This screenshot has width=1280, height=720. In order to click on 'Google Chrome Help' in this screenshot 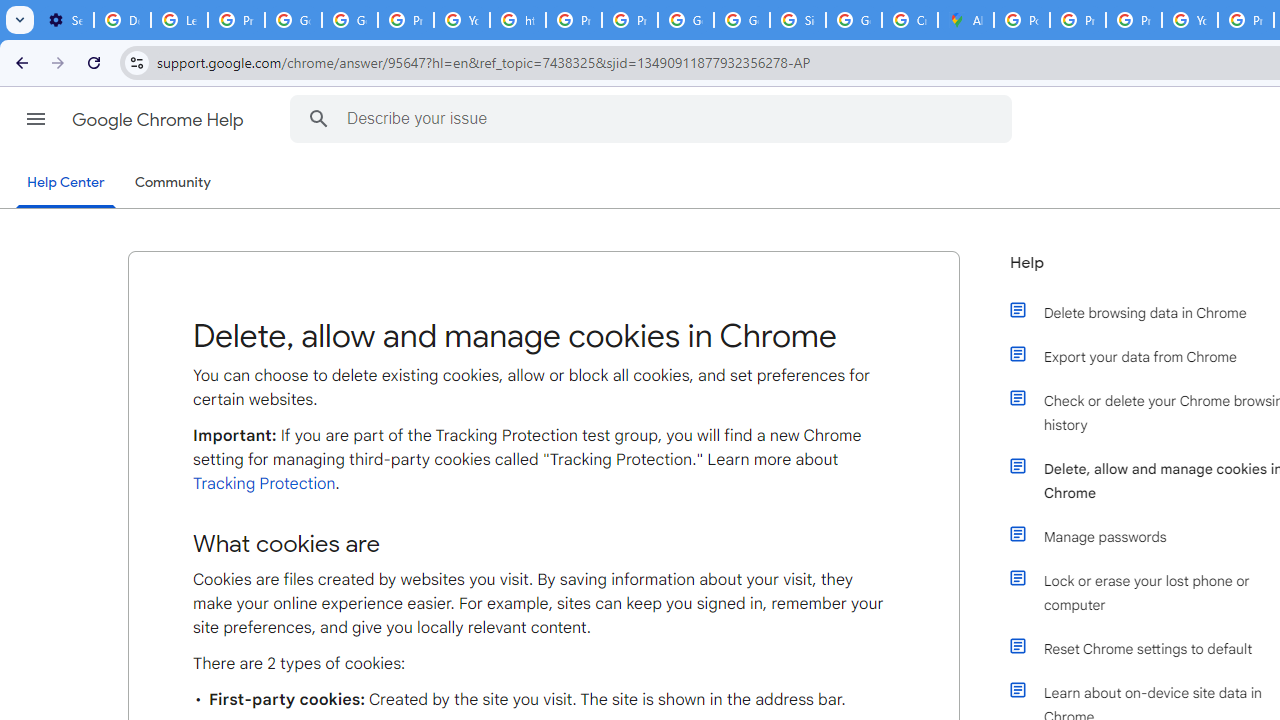, I will do `click(160, 119)`.